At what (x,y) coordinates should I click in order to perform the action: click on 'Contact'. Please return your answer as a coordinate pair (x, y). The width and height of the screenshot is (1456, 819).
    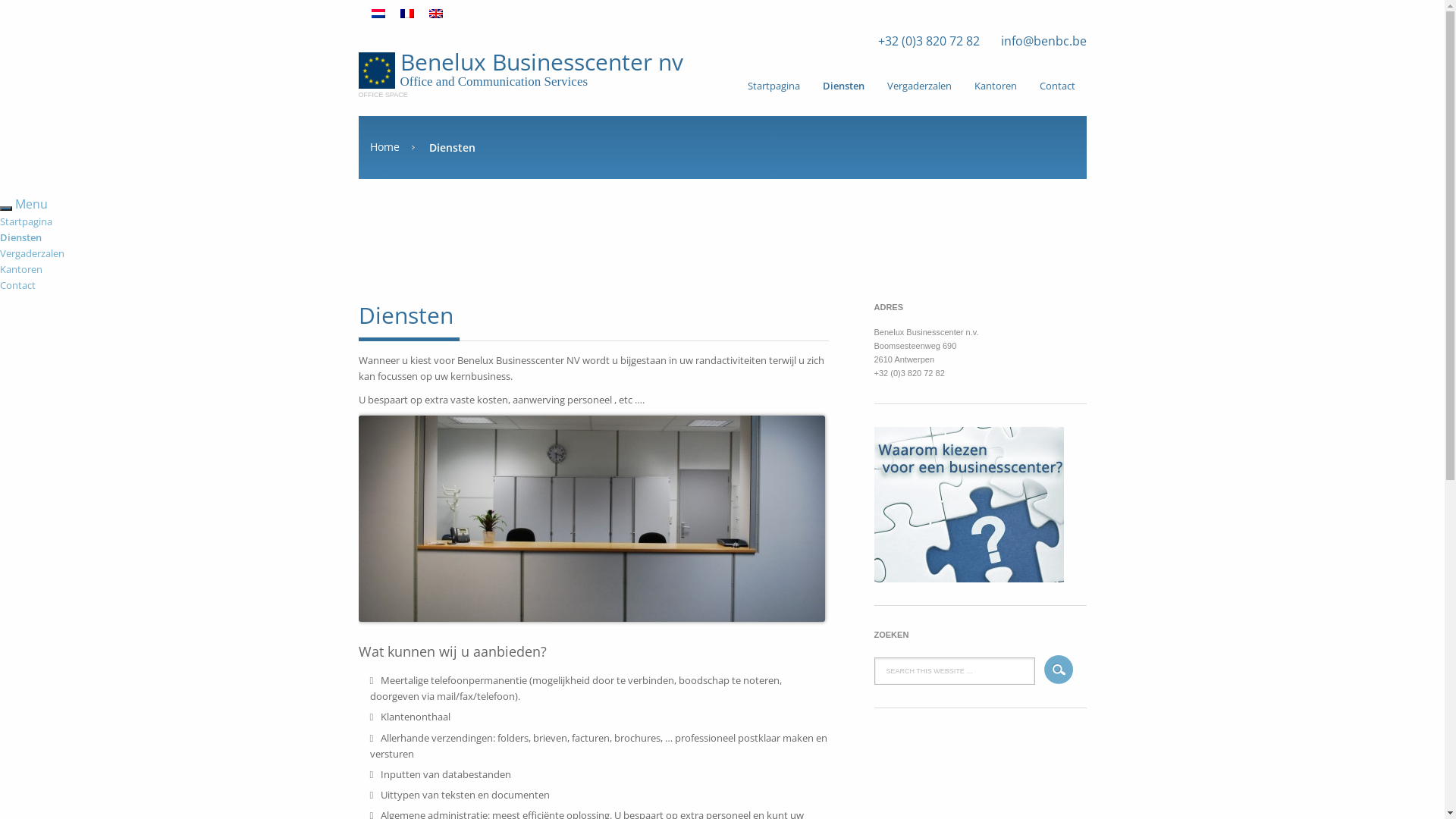
    Looking at the image, I should click on (17, 284).